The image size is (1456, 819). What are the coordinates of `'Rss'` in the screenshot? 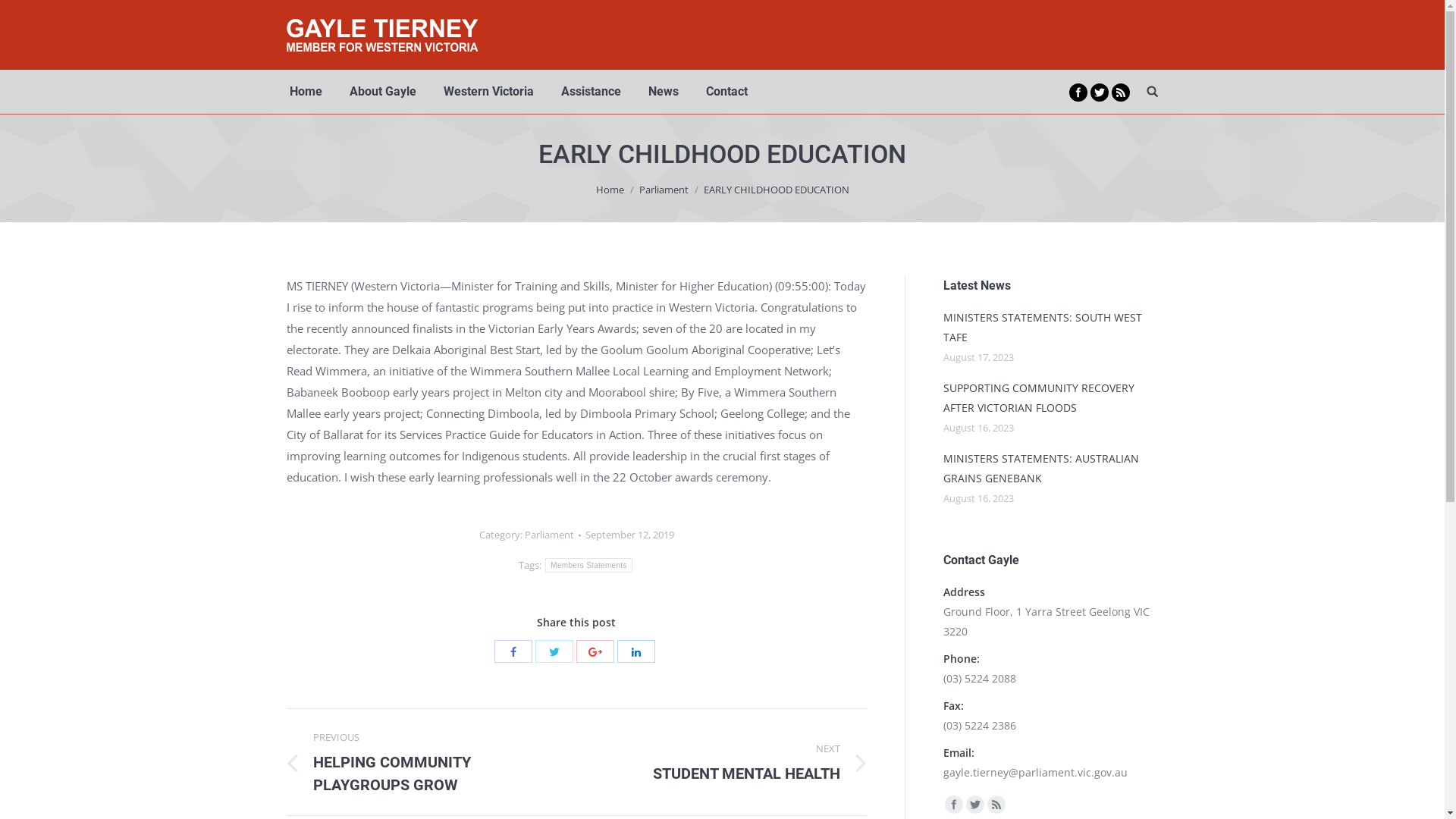 It's located at (996, 803).